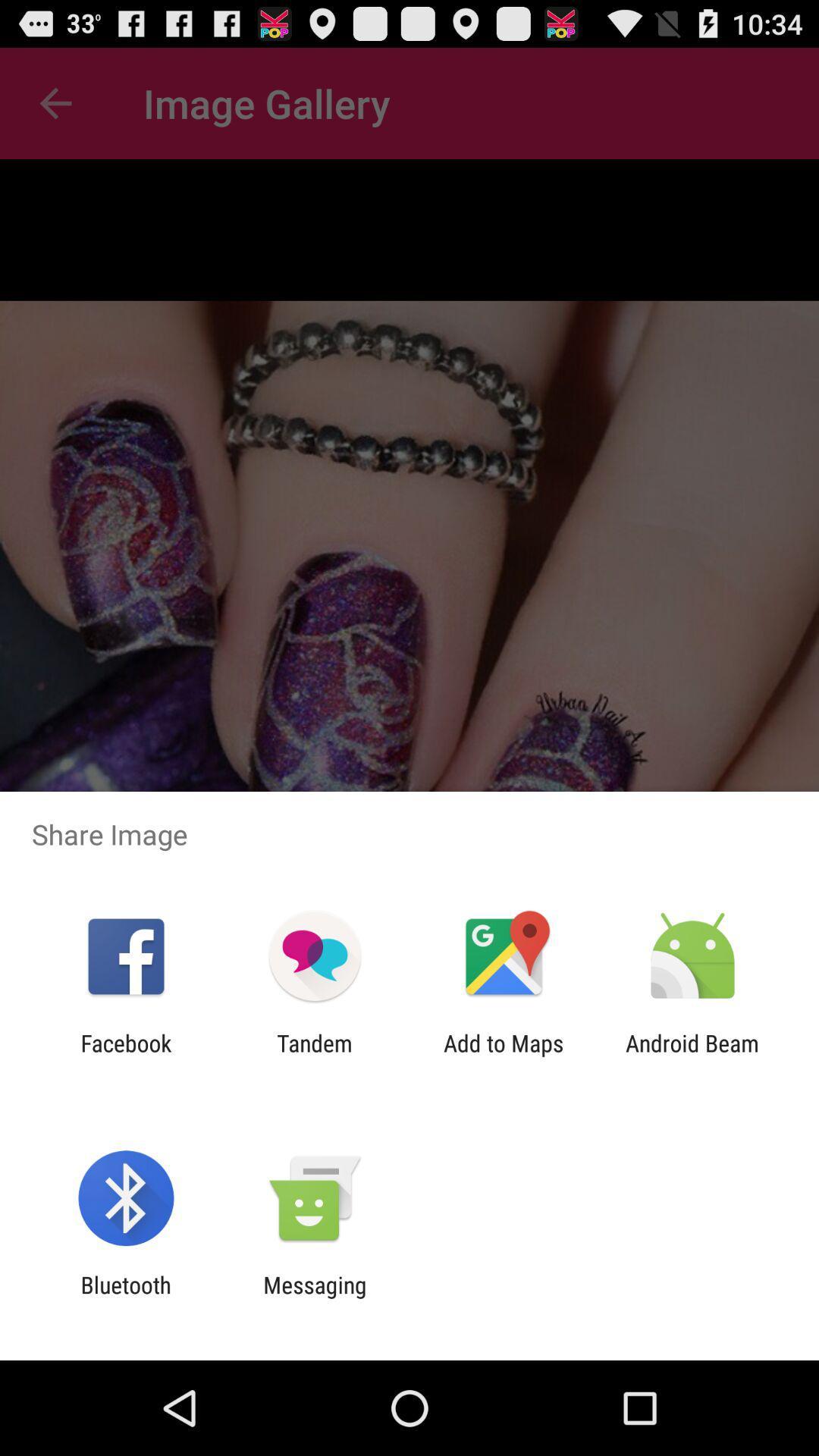 The image size is (819, 1456). I want to click on the icon at the bottom right corner, so click(692, 1056).